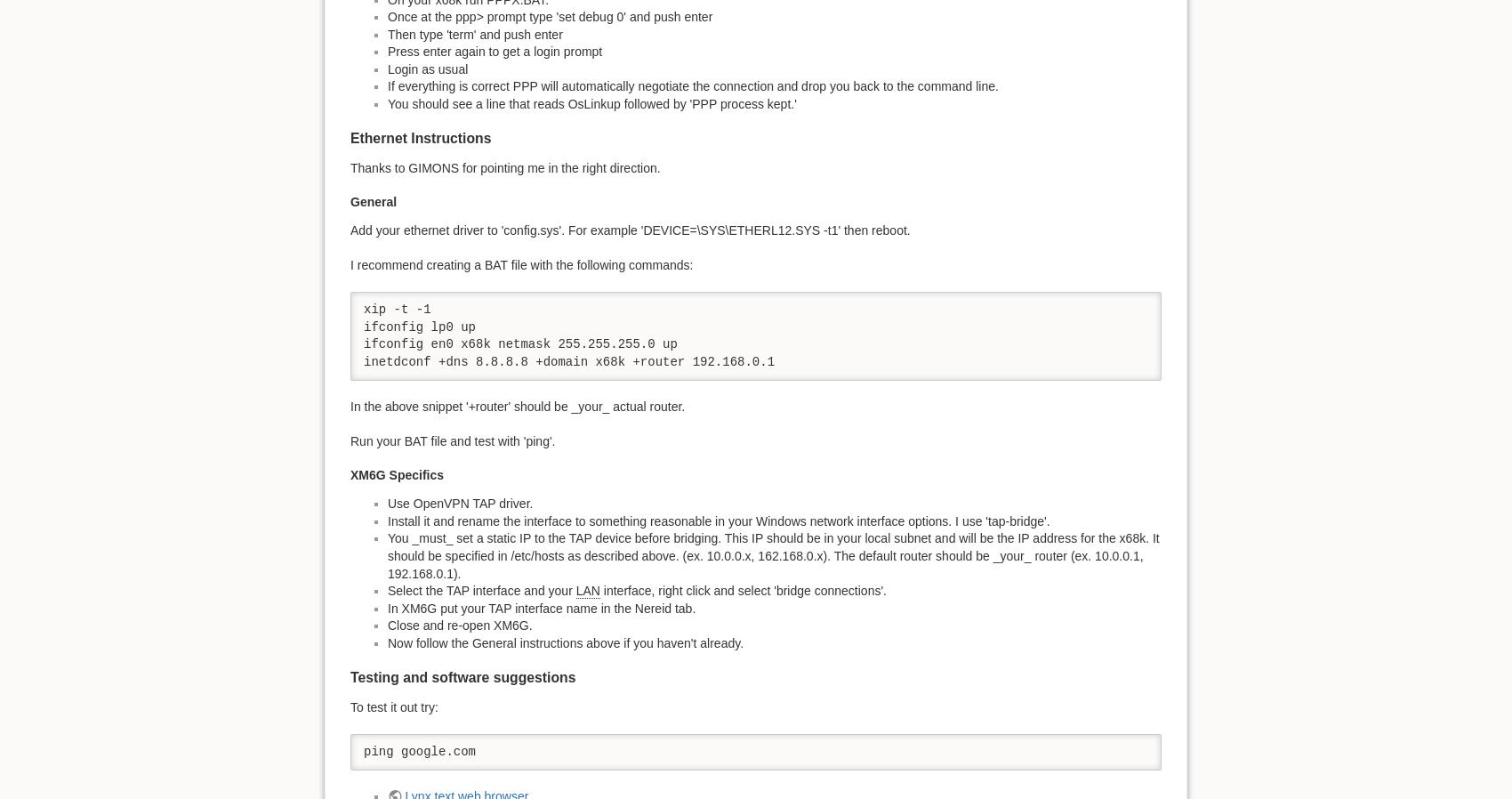 This screenshot has width=1512, height=799. What do you see at coordinates (540, 608) in the screenshot?
I see `'In XM6G put your TAP interface name in the Nereid tab.'` at bounding box center [540, 608].